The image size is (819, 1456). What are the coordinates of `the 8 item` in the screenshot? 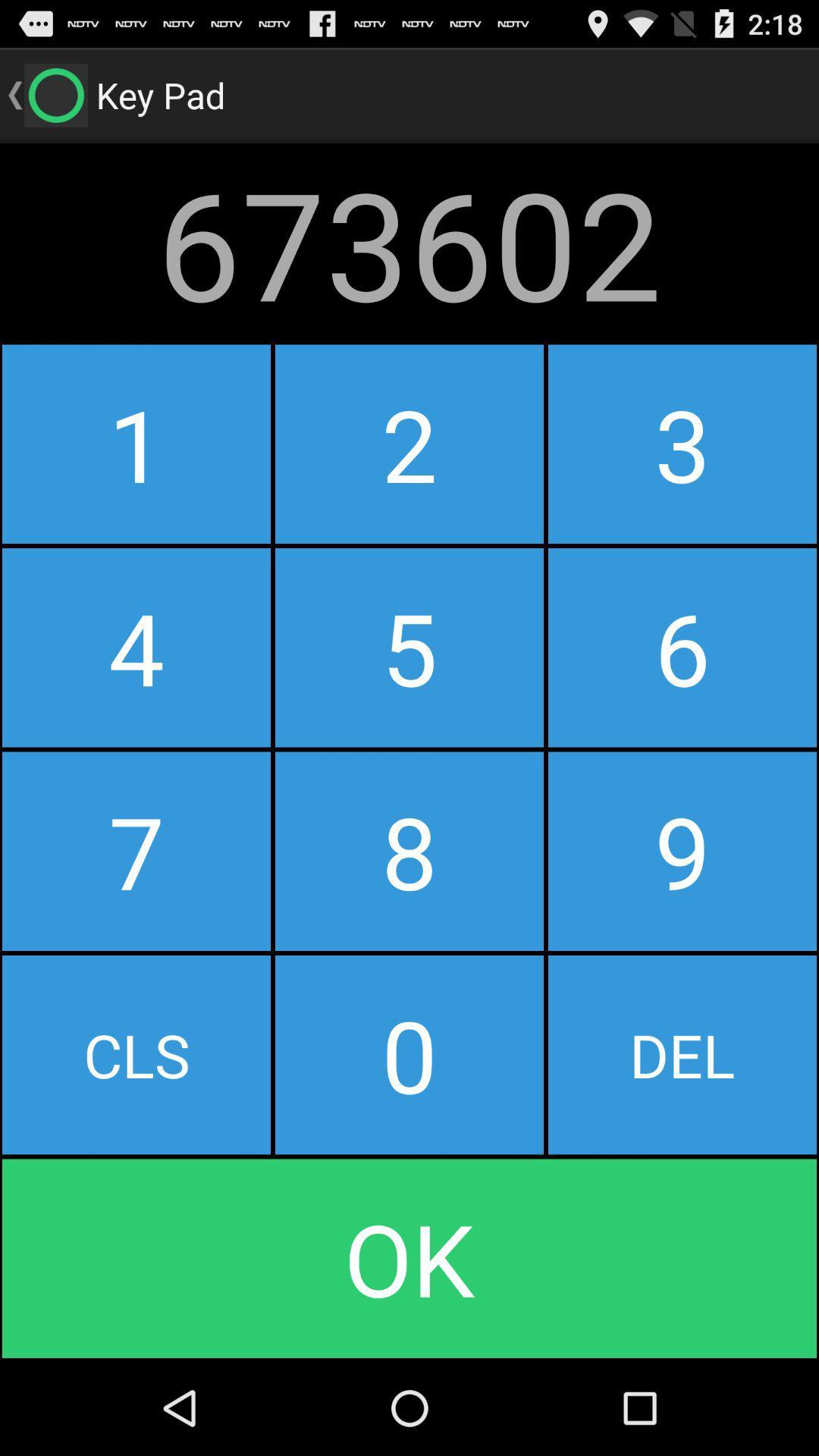 It's located at (409, 851).